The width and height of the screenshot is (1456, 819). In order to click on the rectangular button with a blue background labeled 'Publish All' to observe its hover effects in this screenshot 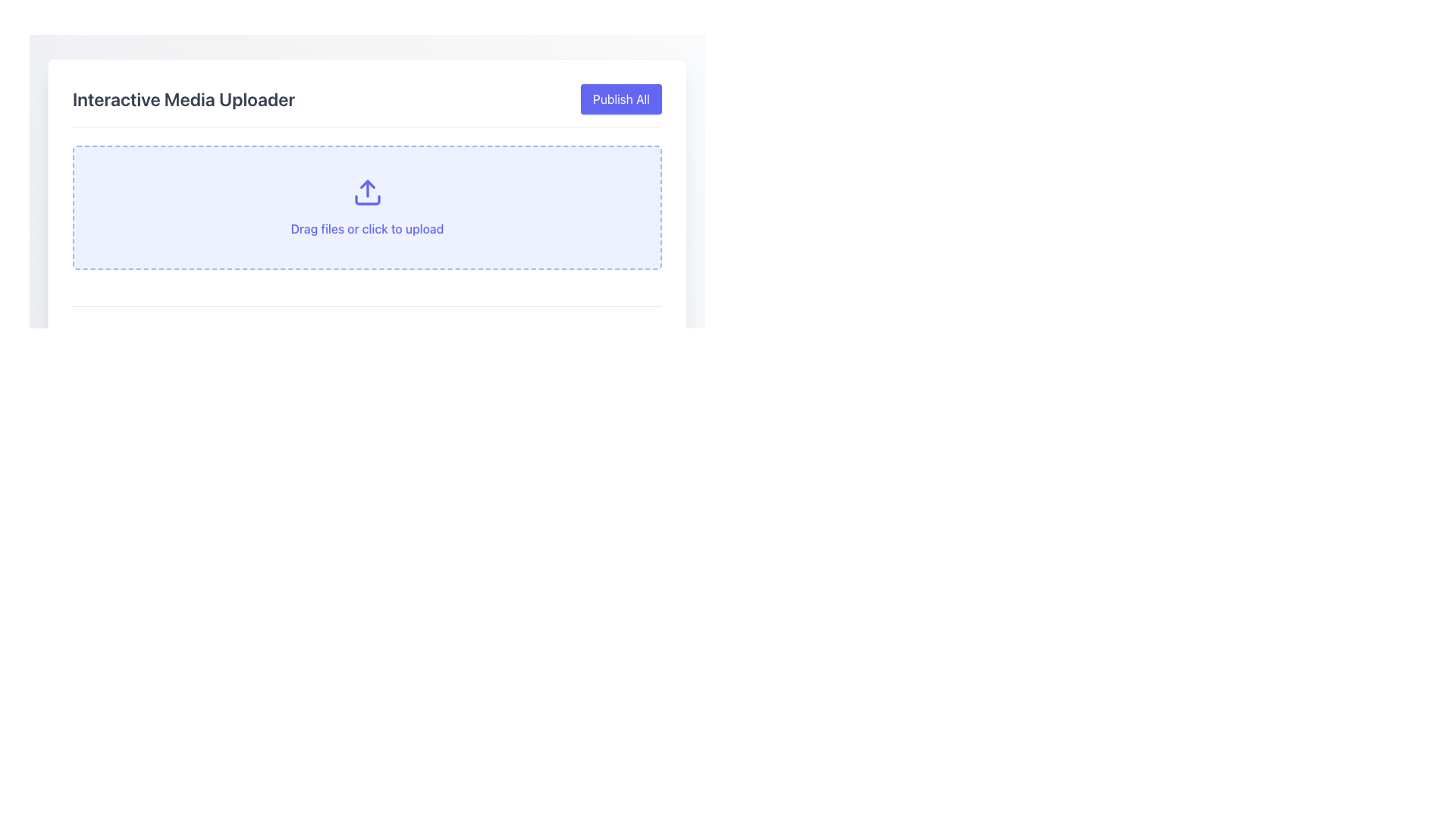, I will do `click(621, 99)`.